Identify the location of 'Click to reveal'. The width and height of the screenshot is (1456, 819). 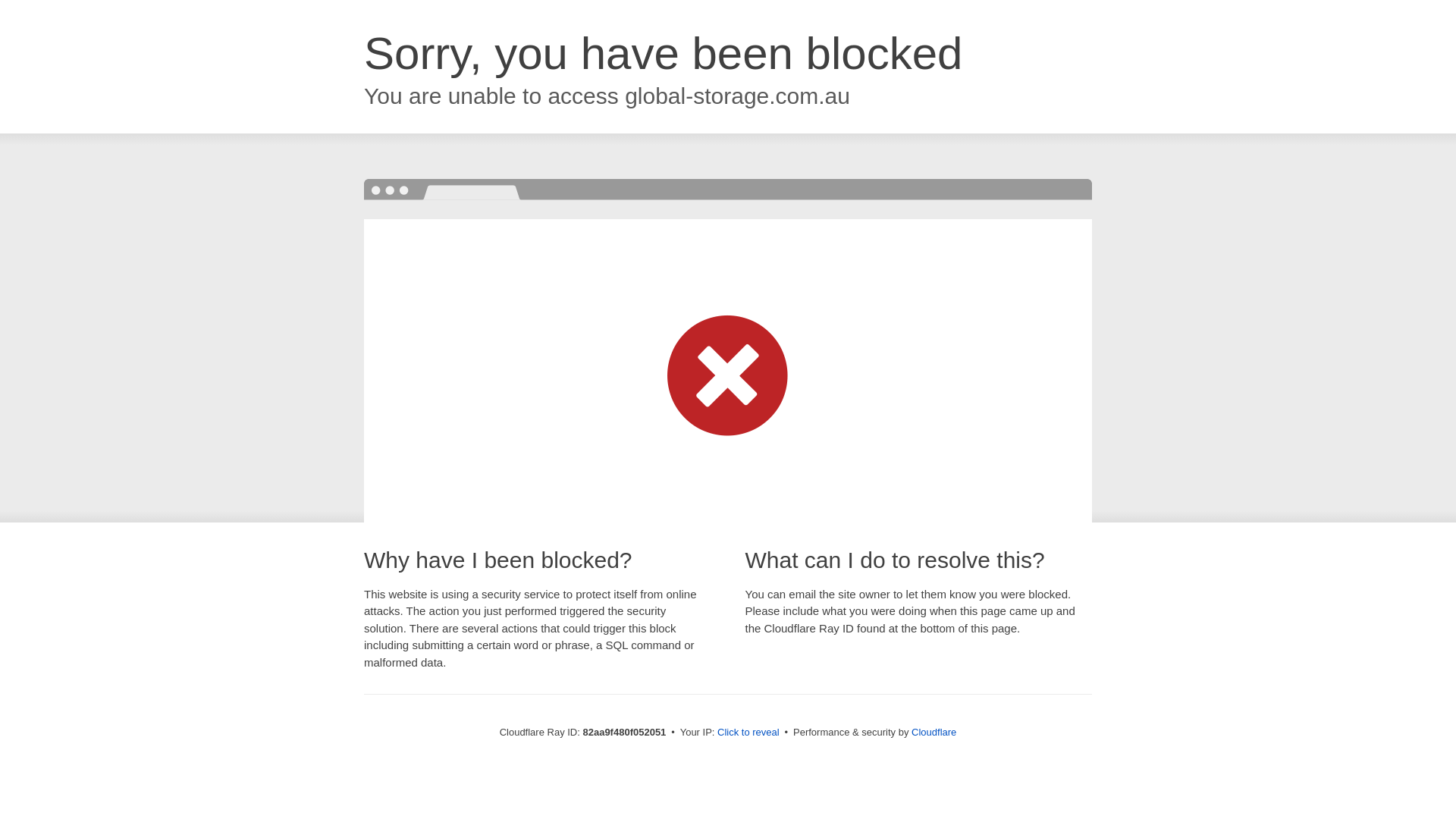
(748, 731).